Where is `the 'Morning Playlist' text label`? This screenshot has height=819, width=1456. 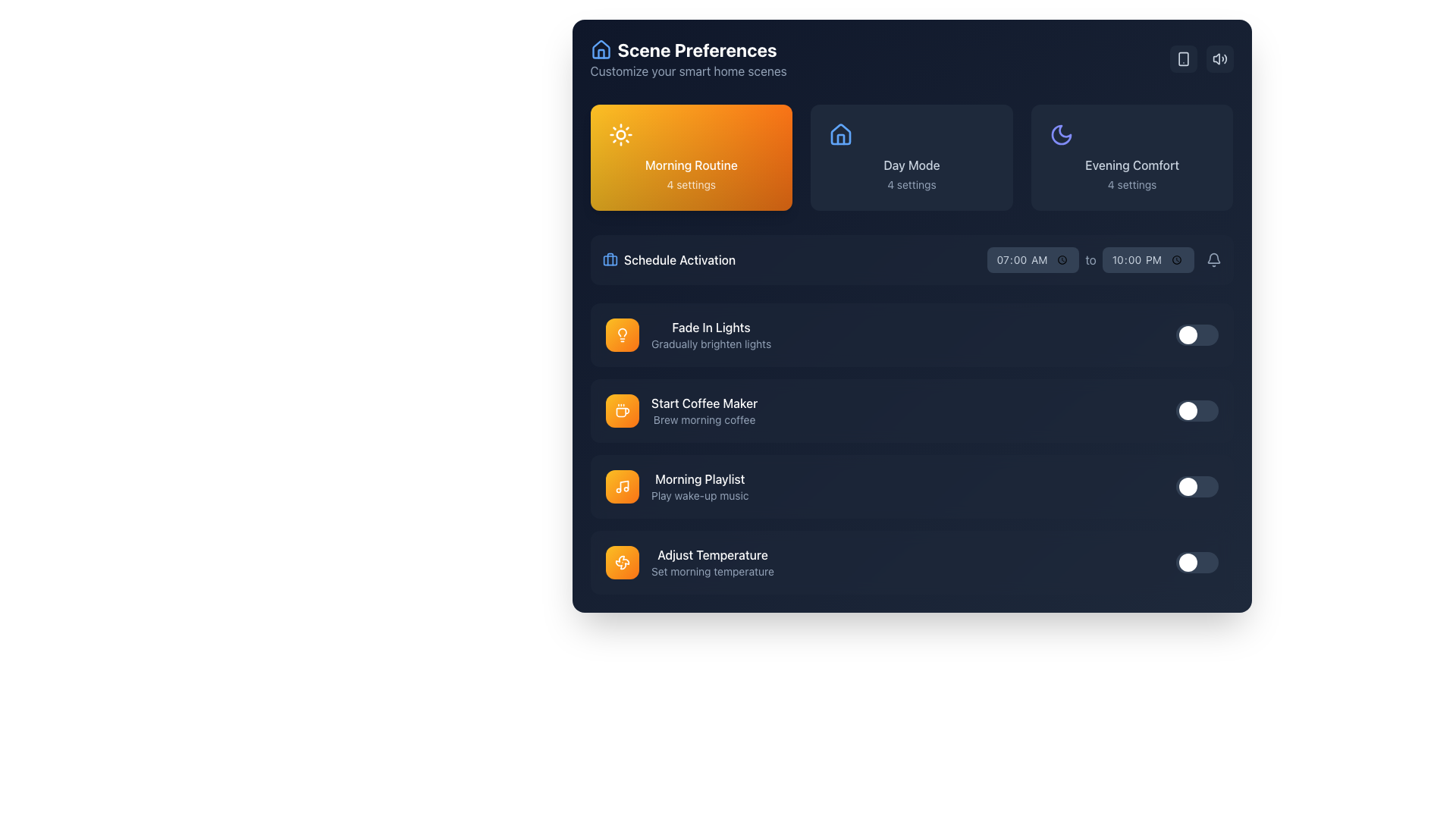 the 'Morning Playlist' text label is located at coordinates (698, 479).